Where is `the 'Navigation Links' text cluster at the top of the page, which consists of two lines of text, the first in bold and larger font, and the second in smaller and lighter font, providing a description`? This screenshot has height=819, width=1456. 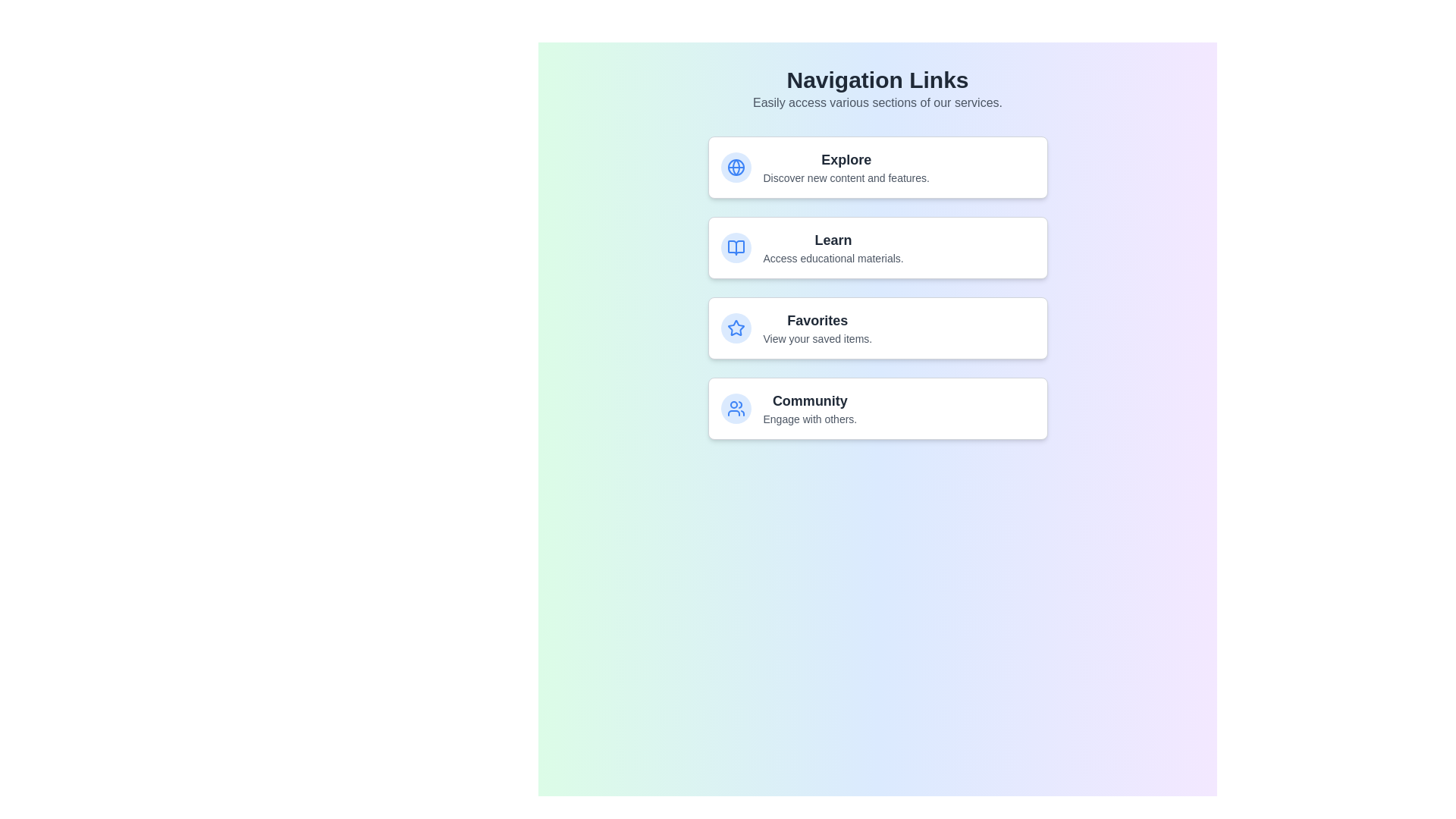
the 'Navigation Links' text cluster at the top of the page, which consists of two lines of text, the first in bold and larger font, and the second in smaller and lighter font, providing a description is located at coordinates (877, 89).